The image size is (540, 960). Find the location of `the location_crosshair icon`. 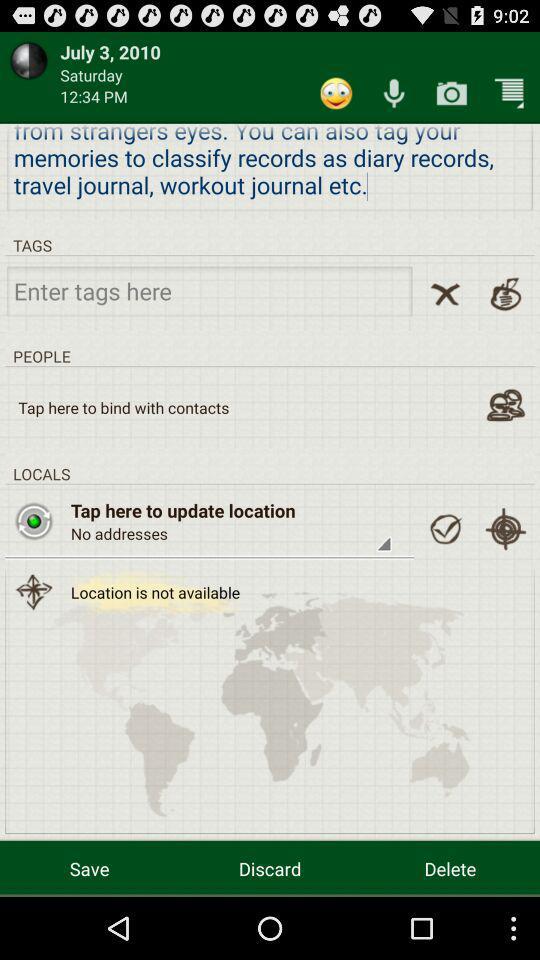

the location_crosshair icon is located at coordinates (504, 566).